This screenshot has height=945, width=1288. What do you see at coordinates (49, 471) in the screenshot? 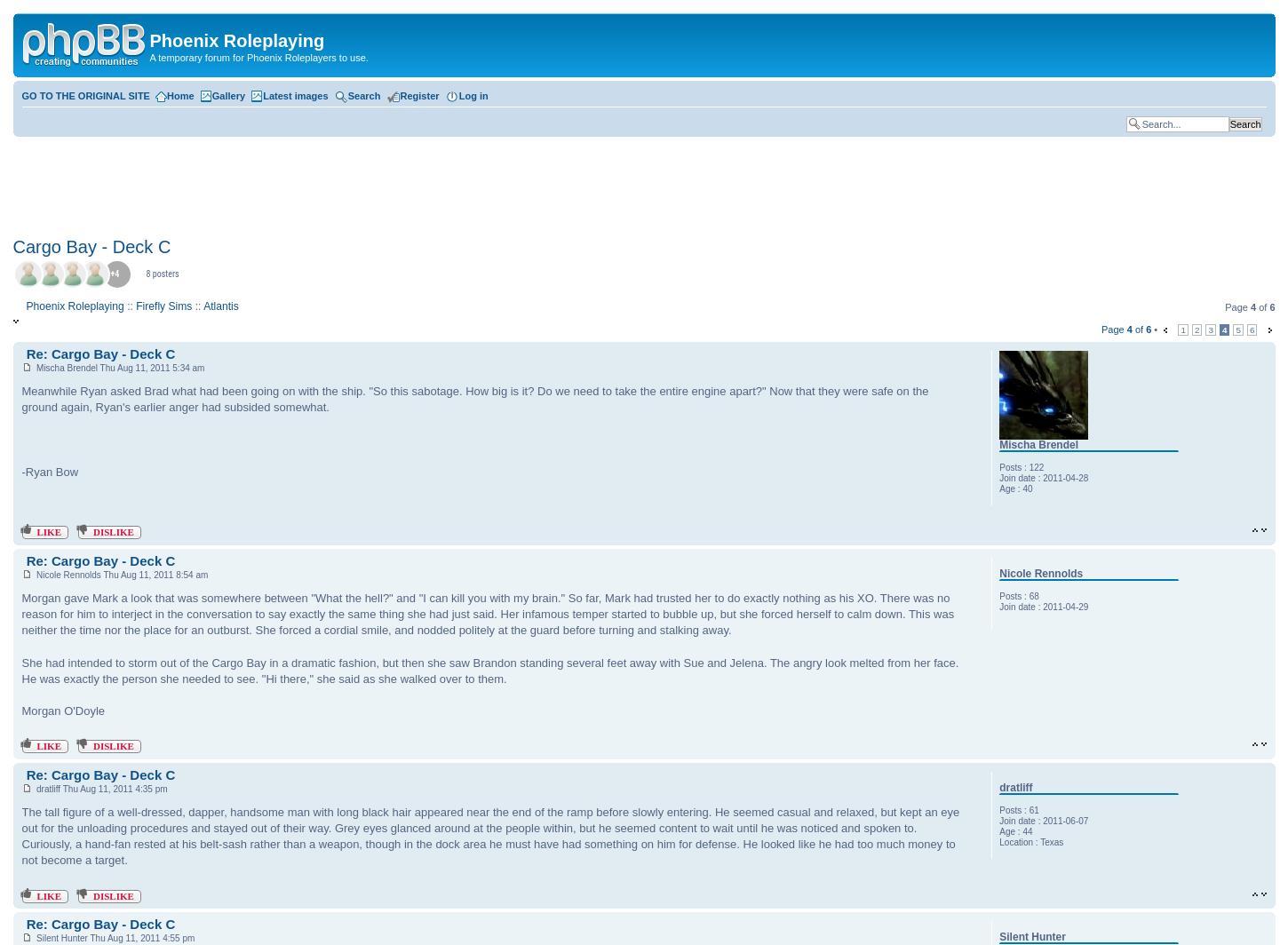
I see `'-Ryan Bow'` at bounding box center [49, 471].